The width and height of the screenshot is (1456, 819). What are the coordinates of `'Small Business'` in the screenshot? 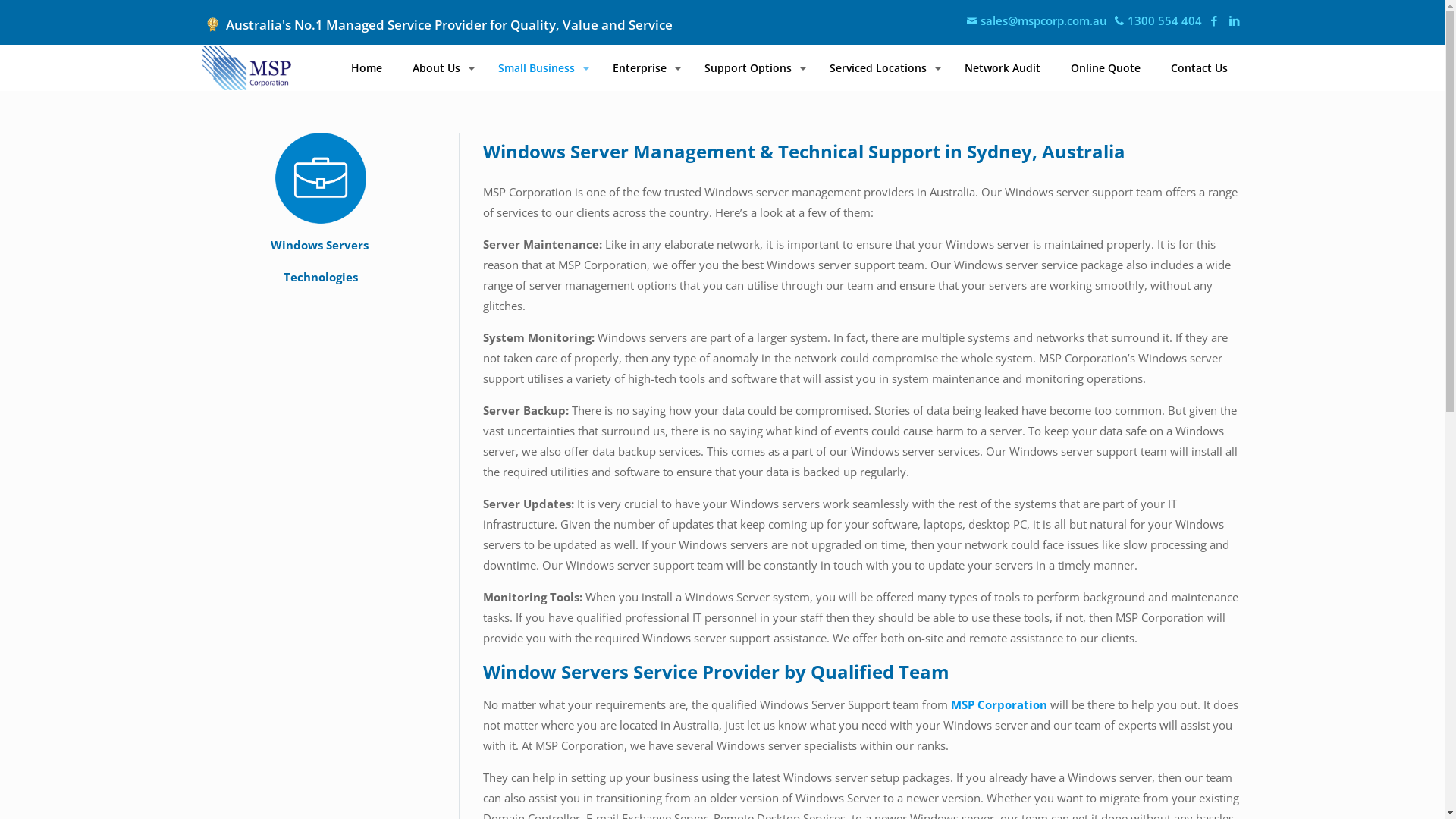 It's located at (481, 67).